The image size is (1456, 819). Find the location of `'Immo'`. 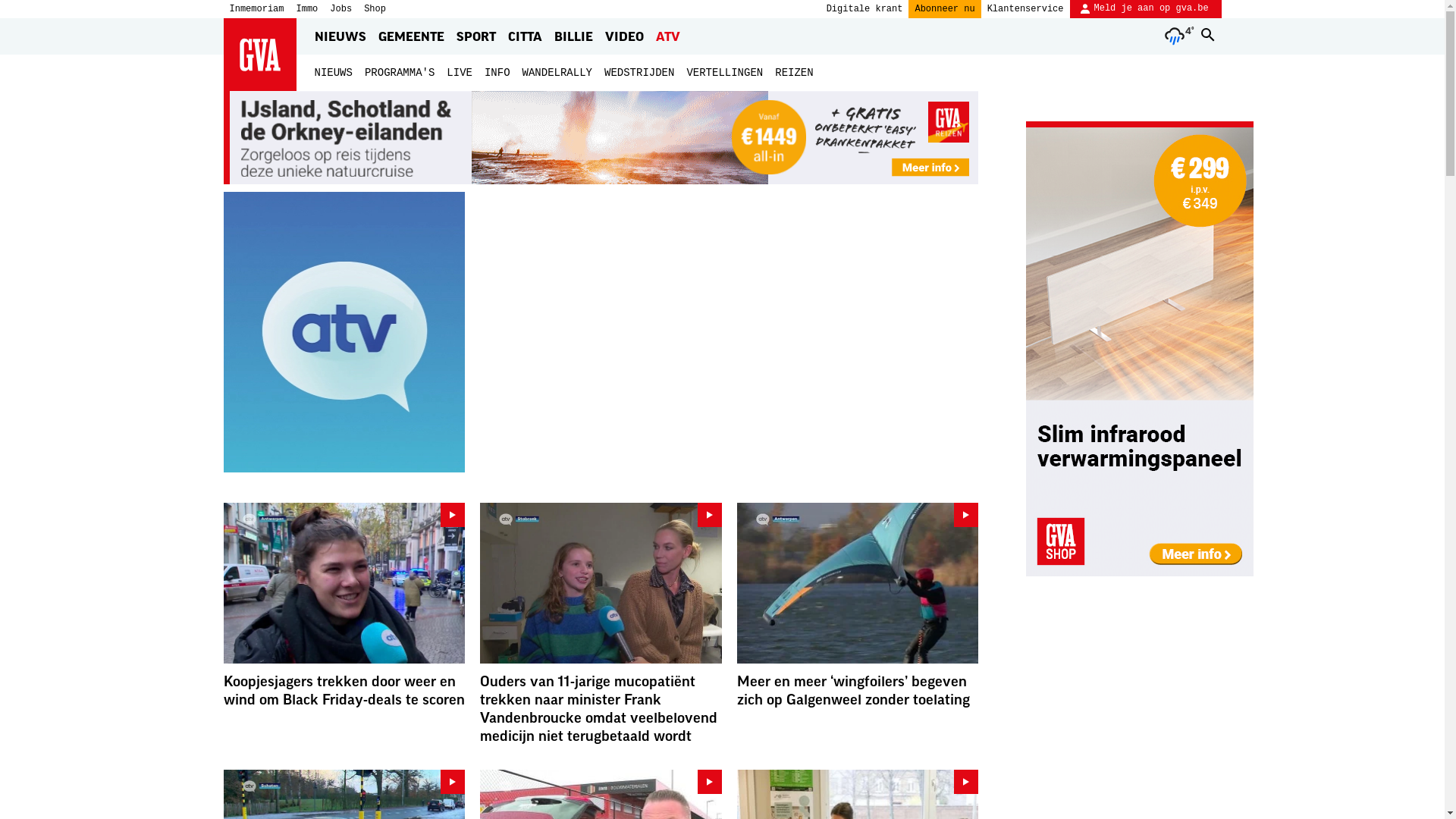

'Immo' is located at coordinates (296, 8).